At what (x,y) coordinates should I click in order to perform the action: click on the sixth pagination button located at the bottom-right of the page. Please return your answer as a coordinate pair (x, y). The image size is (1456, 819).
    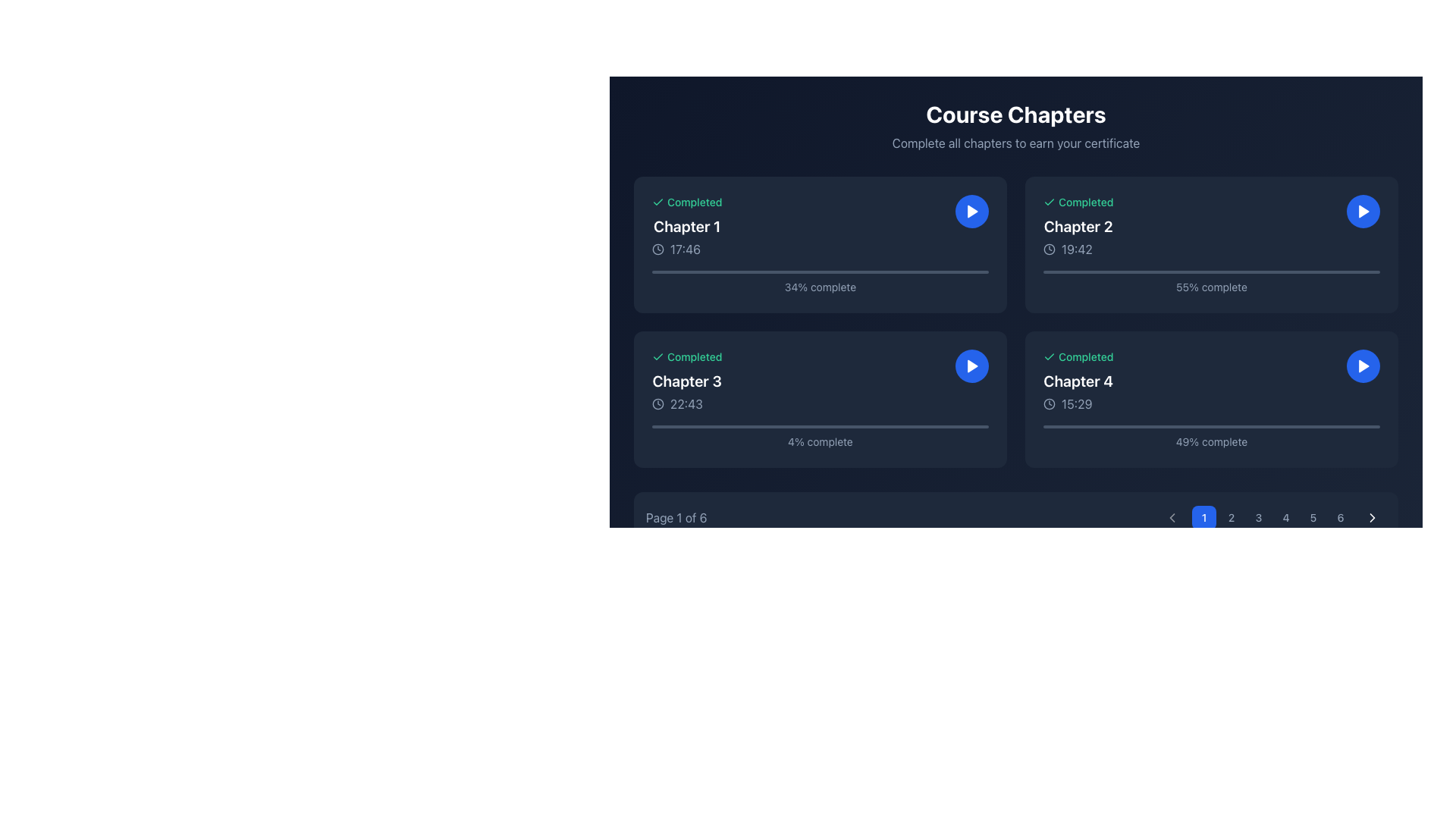
    Looking at the image, I should click on (1340, 516).